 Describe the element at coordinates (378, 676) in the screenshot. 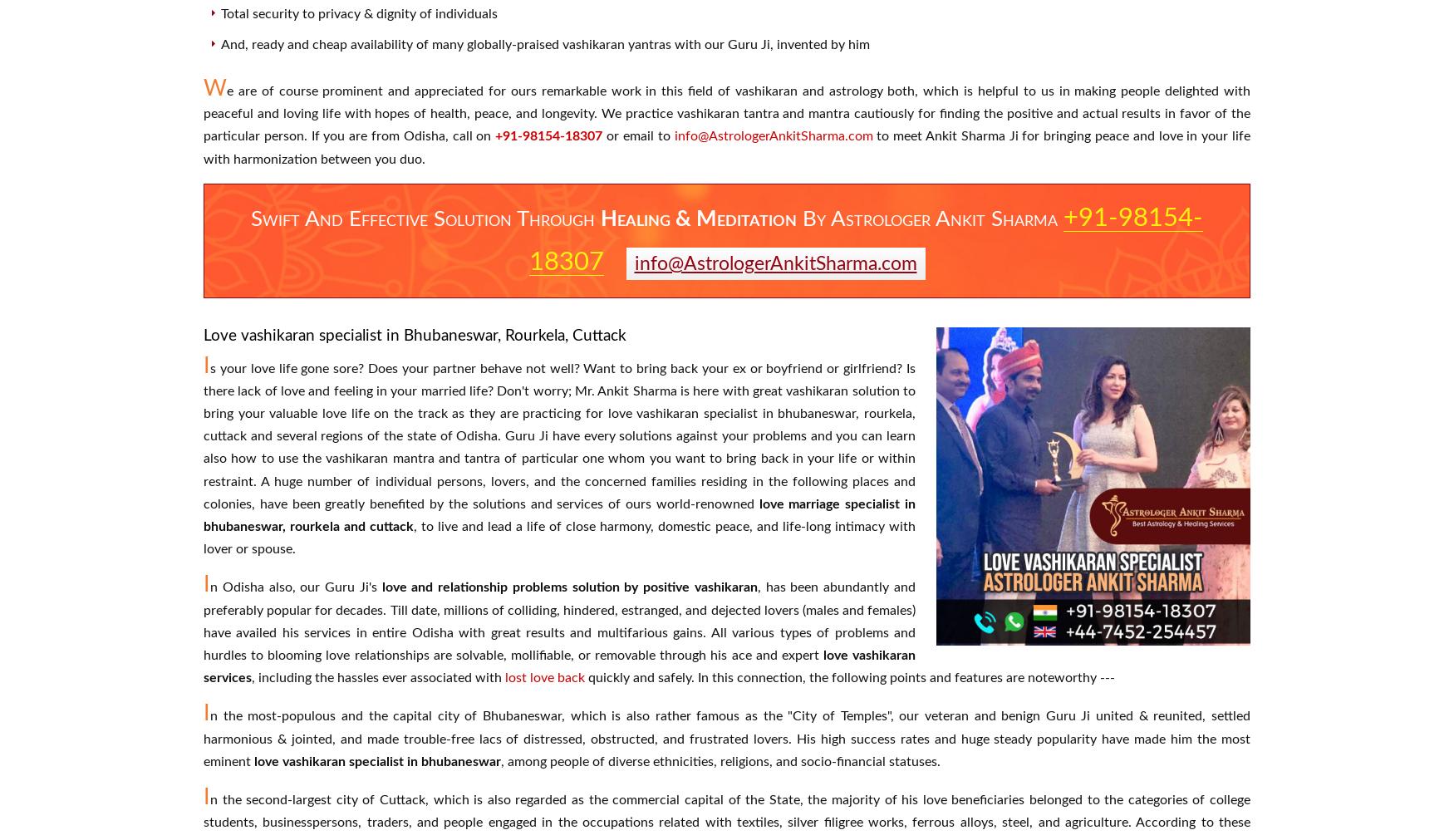

I see `', including the hassles ever associated with'` at that location.